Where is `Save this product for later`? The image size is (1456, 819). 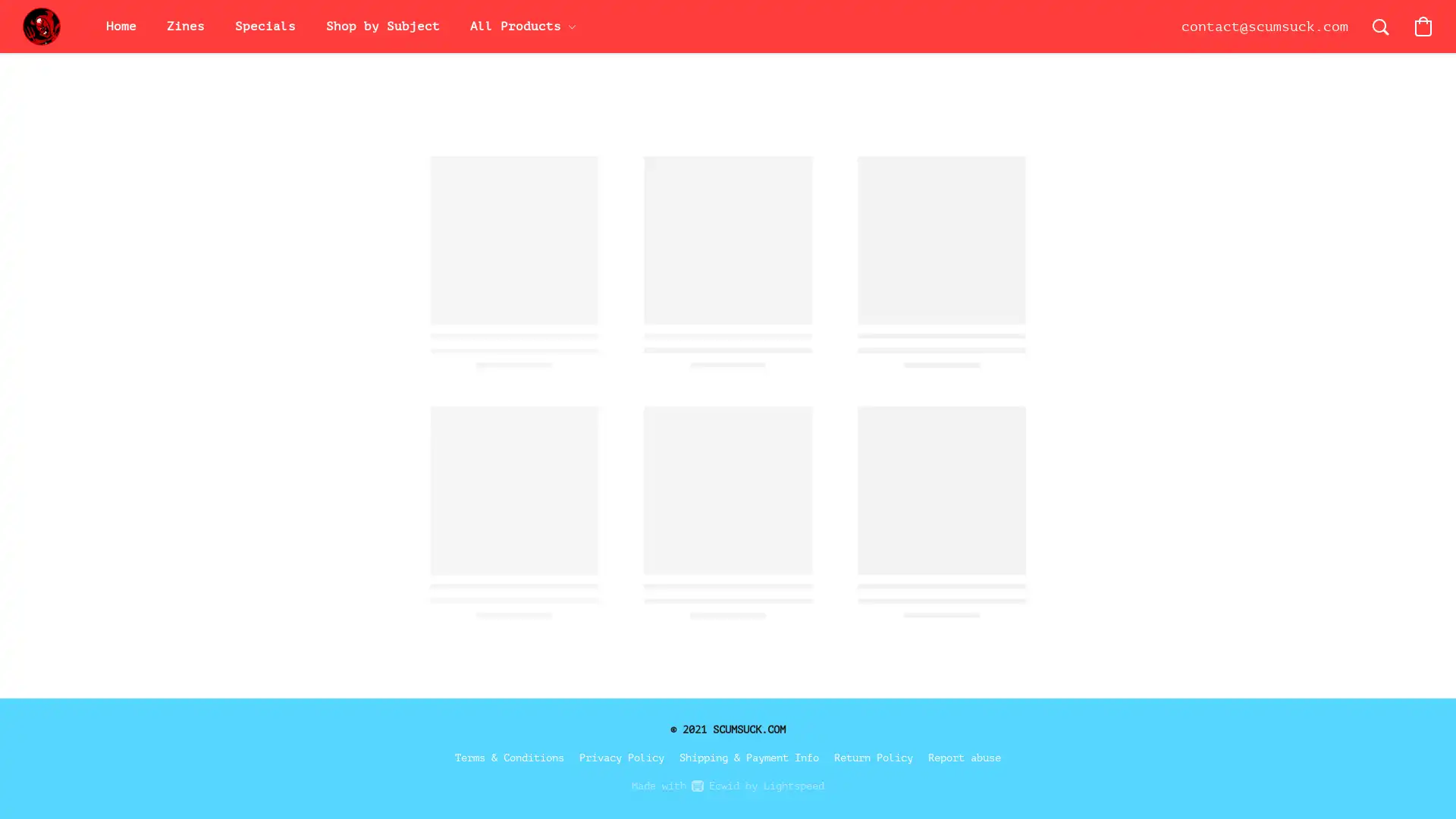
Save this product for later is located at coordinates (940, 651).